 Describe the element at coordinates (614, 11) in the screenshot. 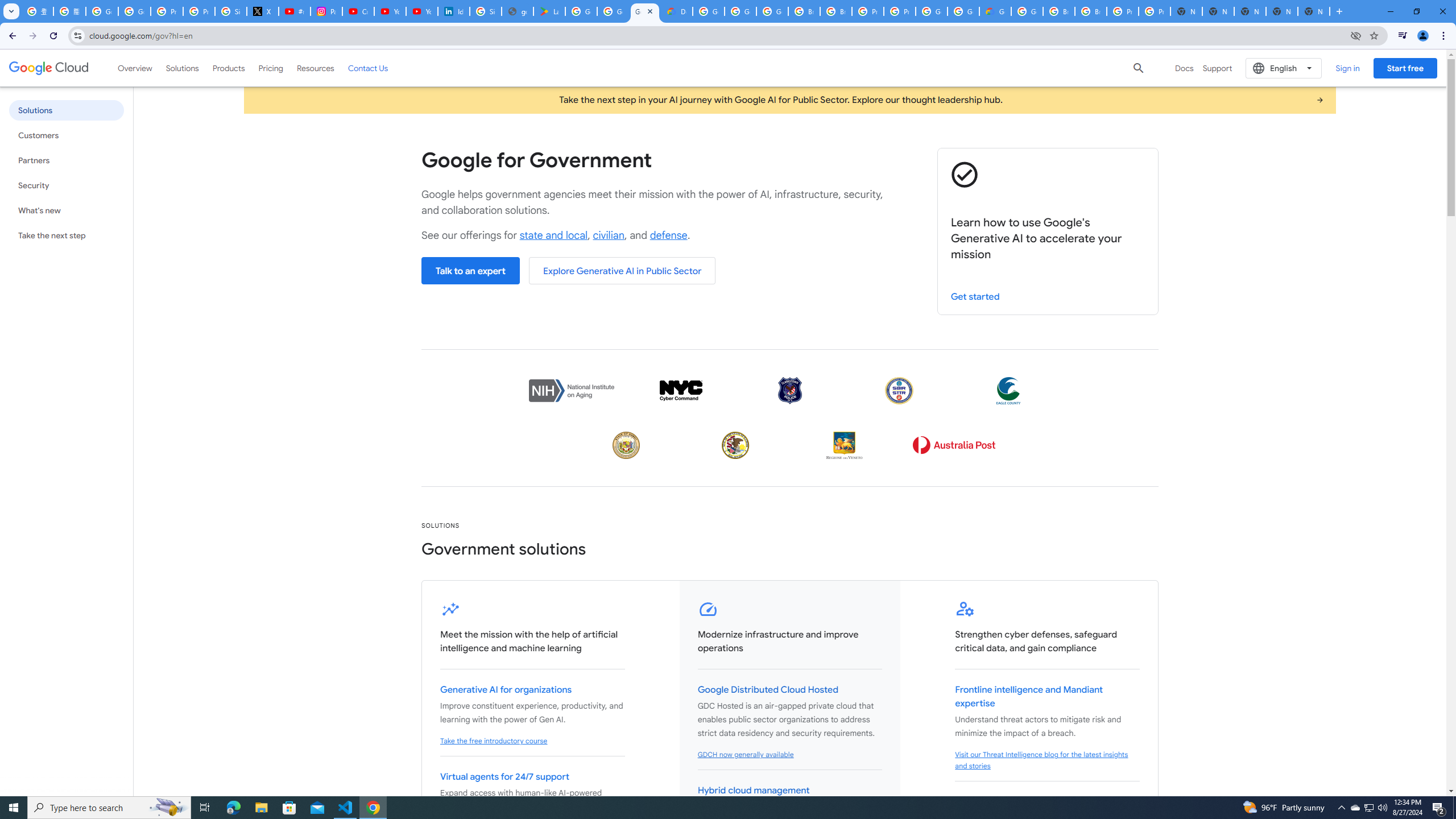

I see `'Google Workspace - Specific Terms'` at that location.